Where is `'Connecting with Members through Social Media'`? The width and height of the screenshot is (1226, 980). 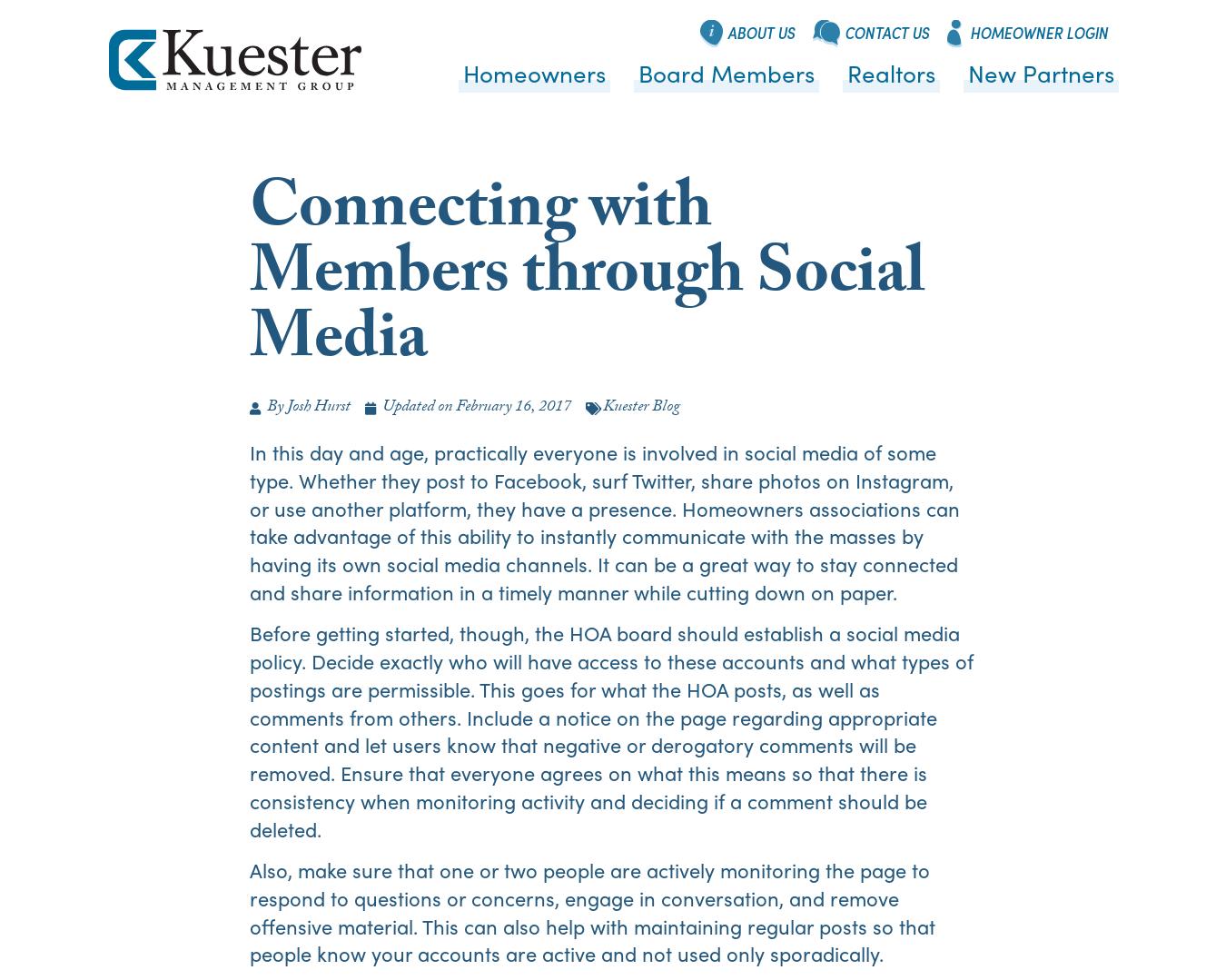
'Connecting with Members through Social Media' is located at coordinates (588, 278).